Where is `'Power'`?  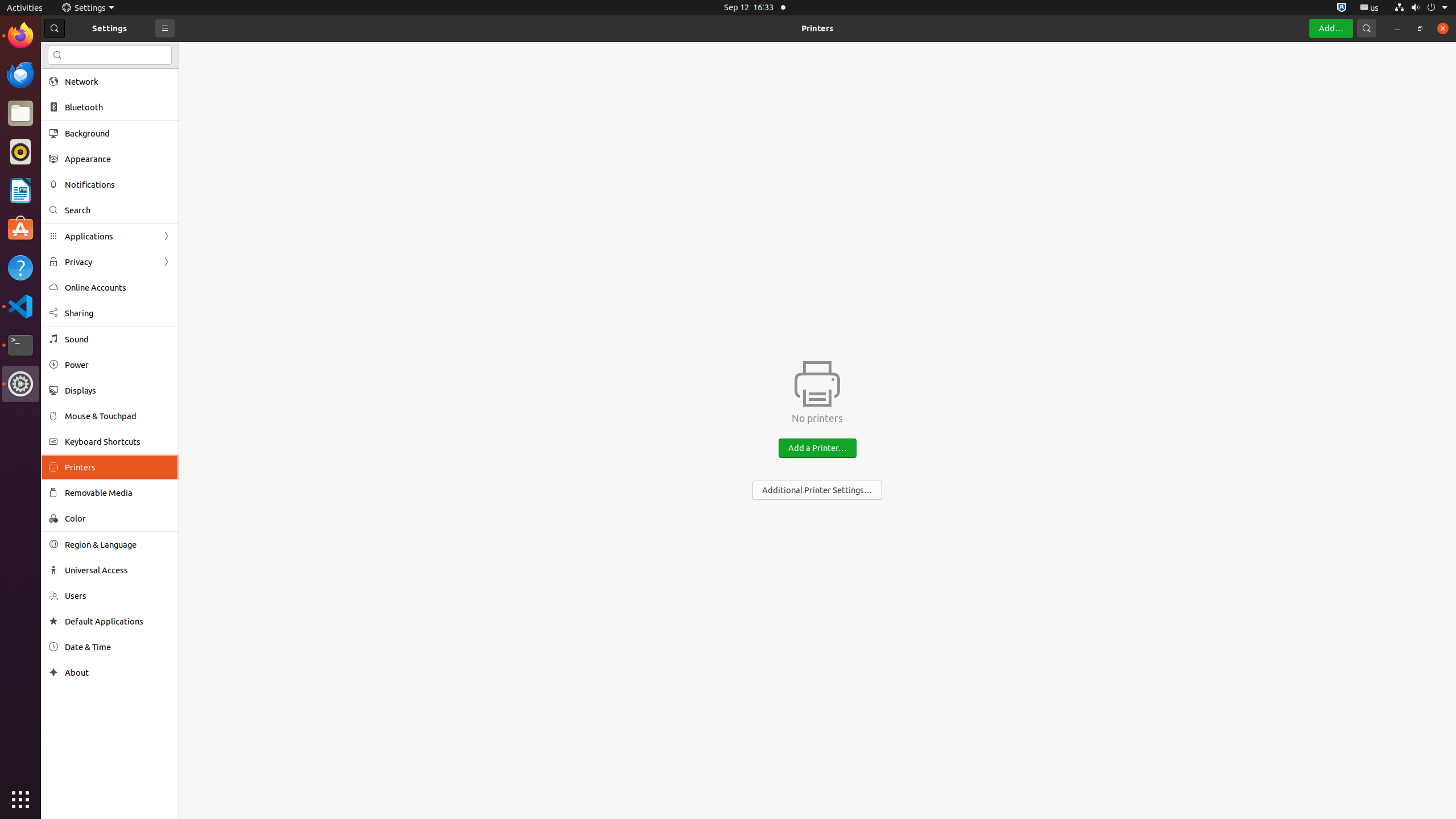 'Power' is located at coordinates (118, 364).